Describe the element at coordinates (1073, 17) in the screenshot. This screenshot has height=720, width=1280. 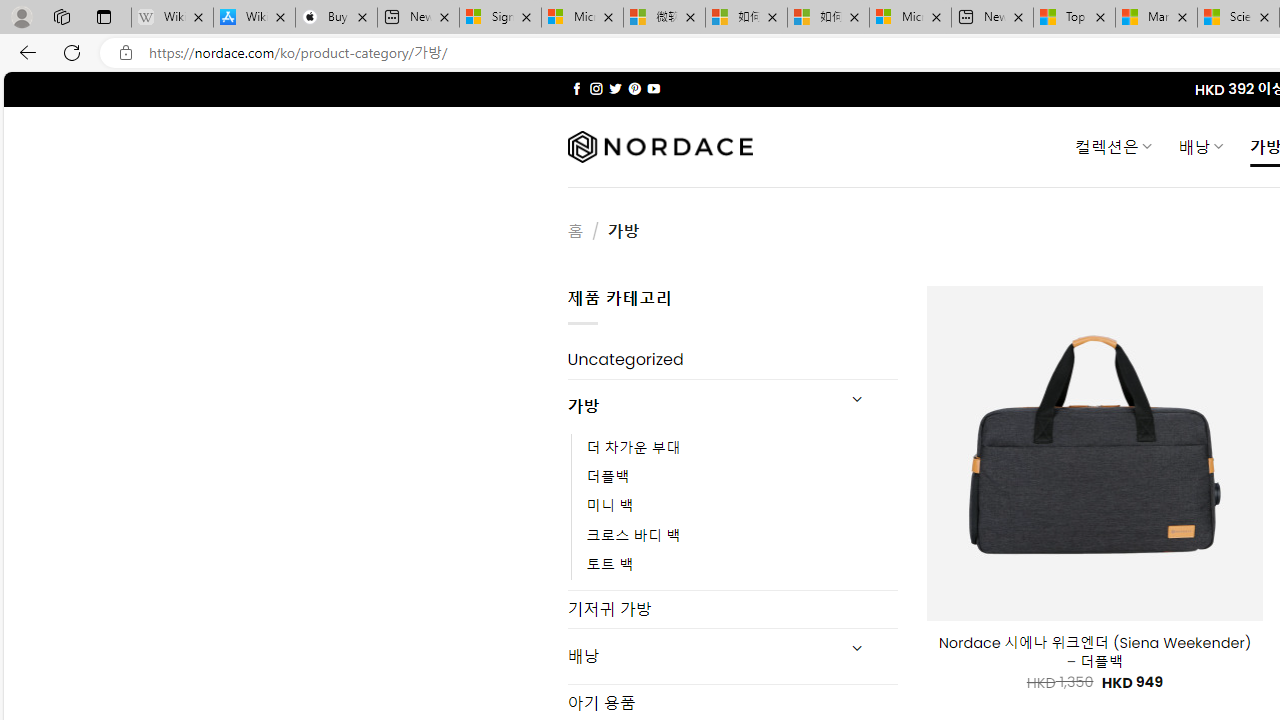
I see `'Top Stories - MSN'` at that location.